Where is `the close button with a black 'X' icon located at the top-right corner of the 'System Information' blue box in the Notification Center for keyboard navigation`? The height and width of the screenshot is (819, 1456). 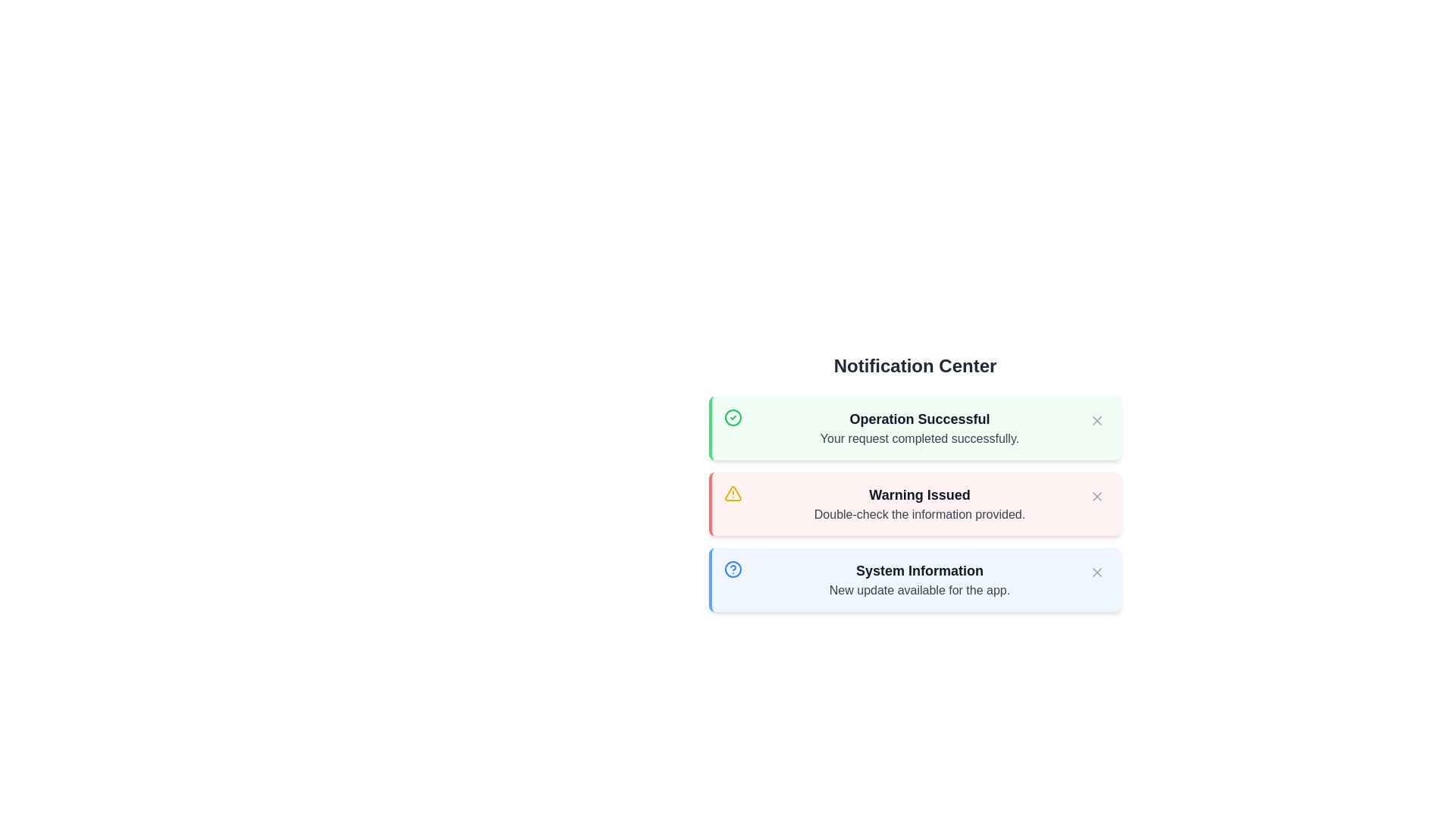 the close button with a black 'X' icon located at the top-right corner of the 'System Information' blue box in the Notification Center for keyboard navigation is located at coordinates (1097, 573).